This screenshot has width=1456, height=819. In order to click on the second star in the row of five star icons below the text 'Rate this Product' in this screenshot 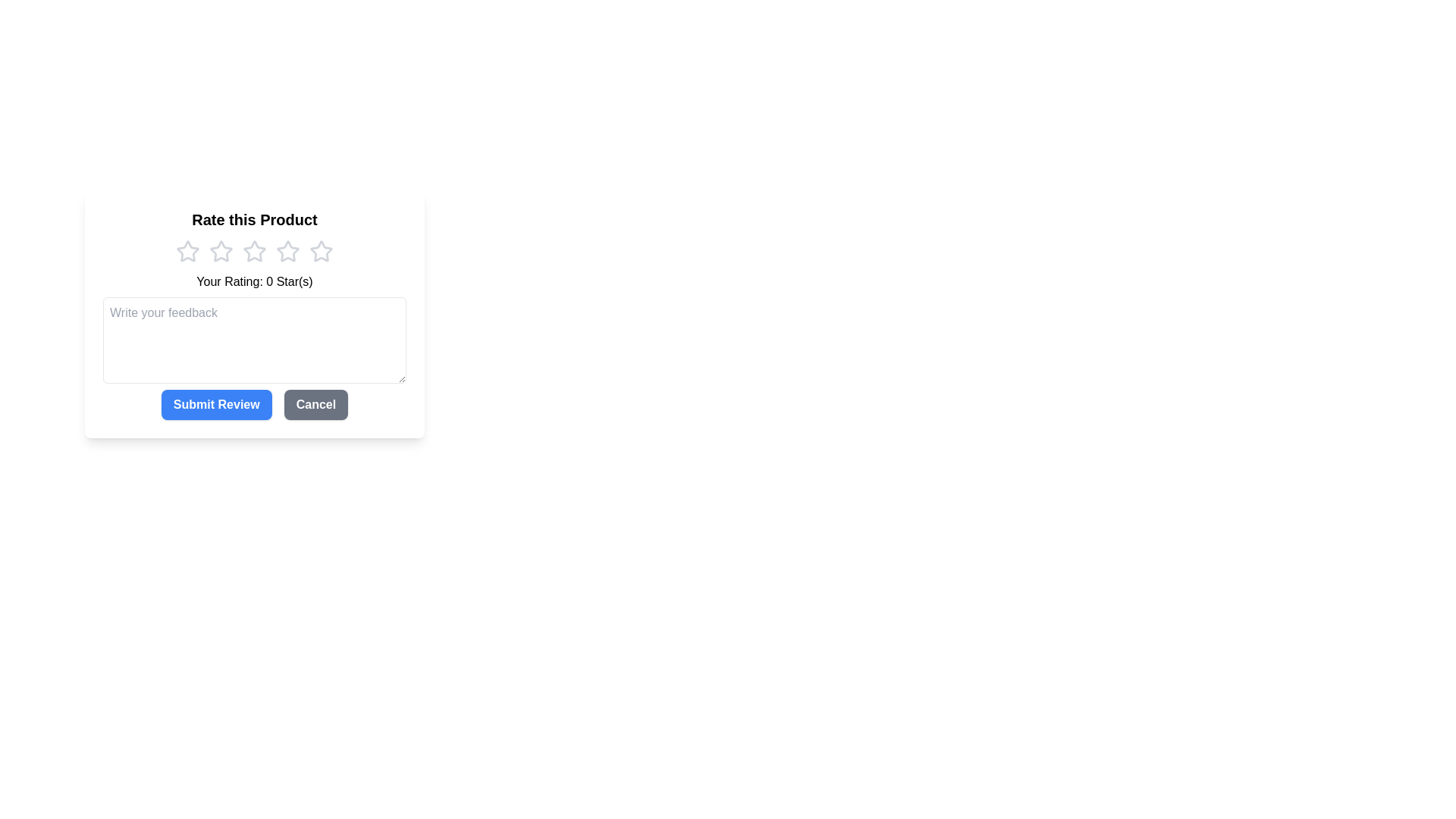, I will do `click(221, 250)`.